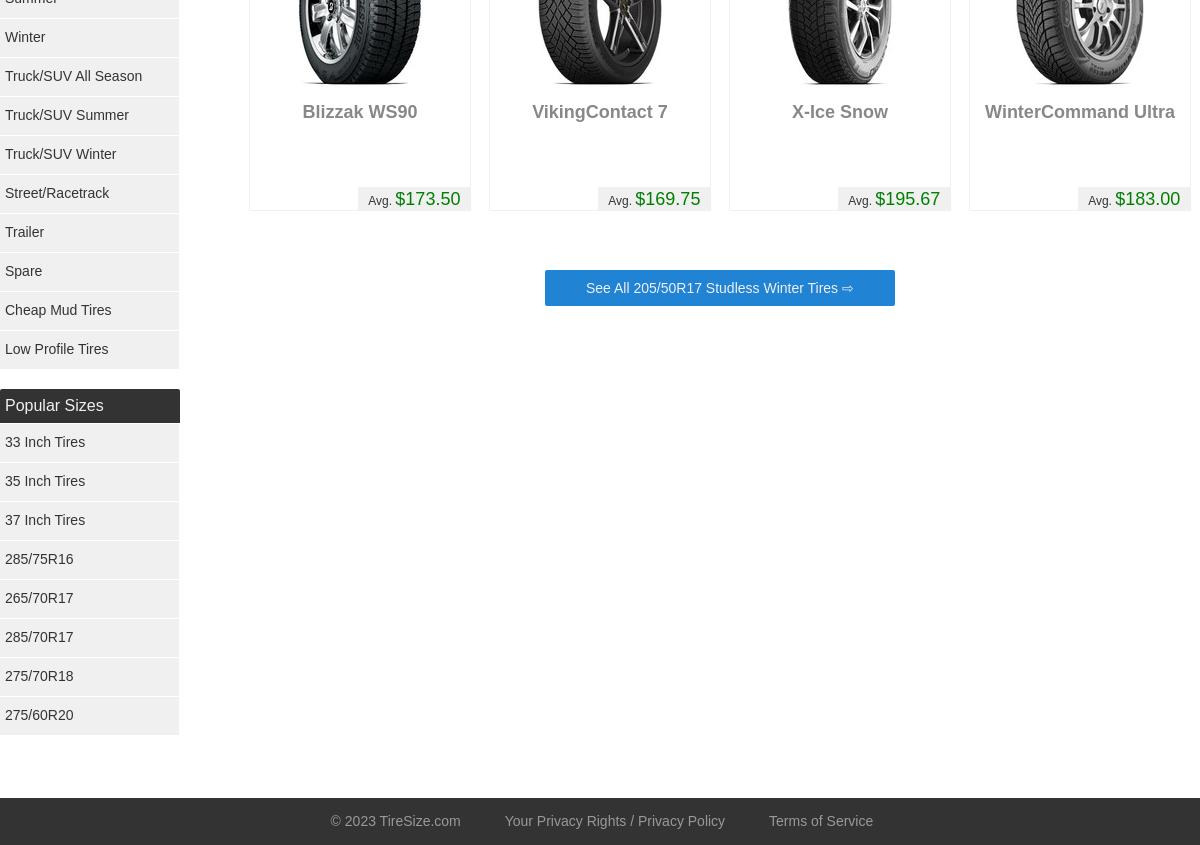 This screenshot has width=1200, height=845. I want to click on 'Your Privacy Rights / Privacy Policy', so click(614, 821).